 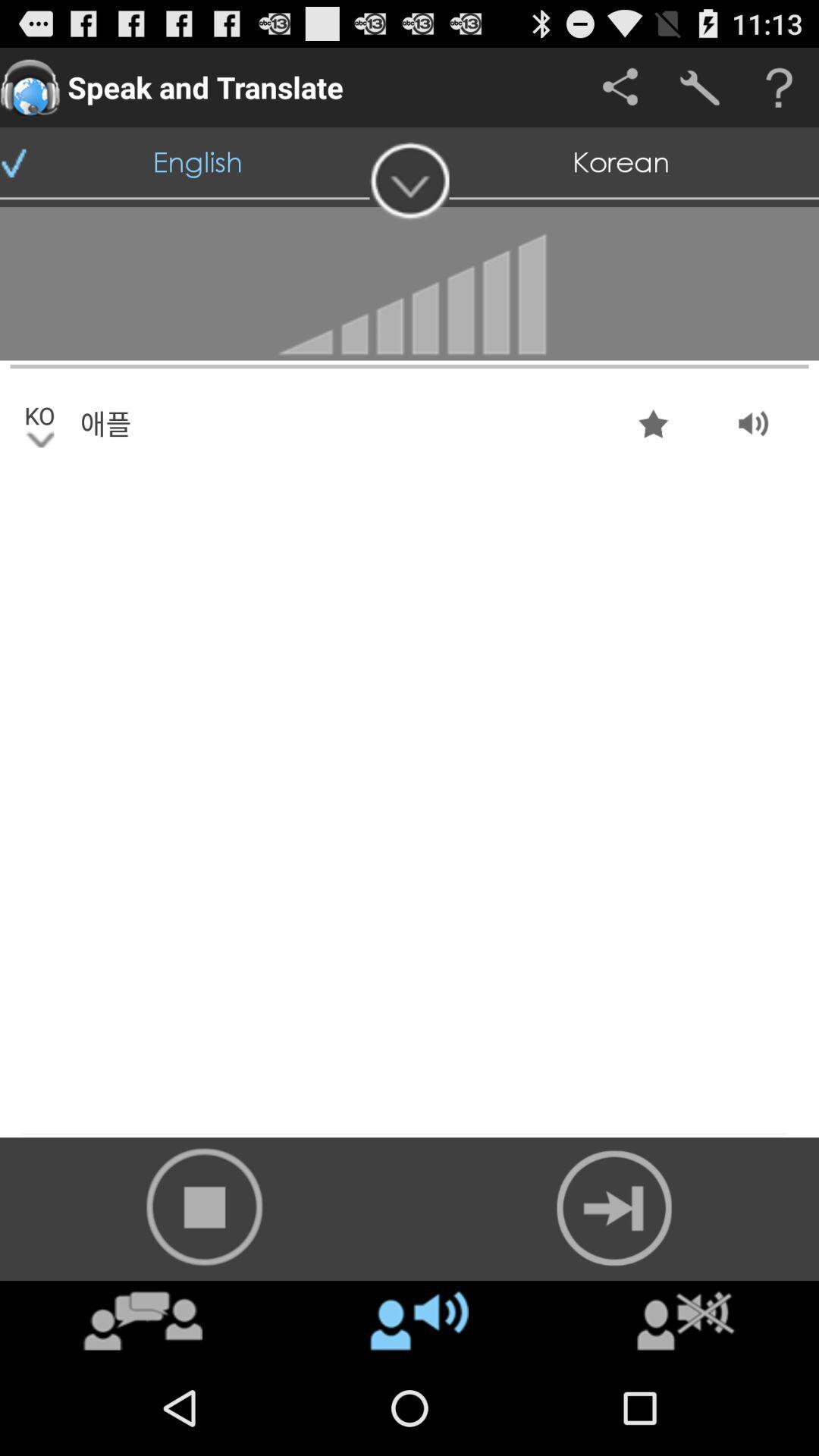 I want to click on record your voice, so click(x=205, y=1206).